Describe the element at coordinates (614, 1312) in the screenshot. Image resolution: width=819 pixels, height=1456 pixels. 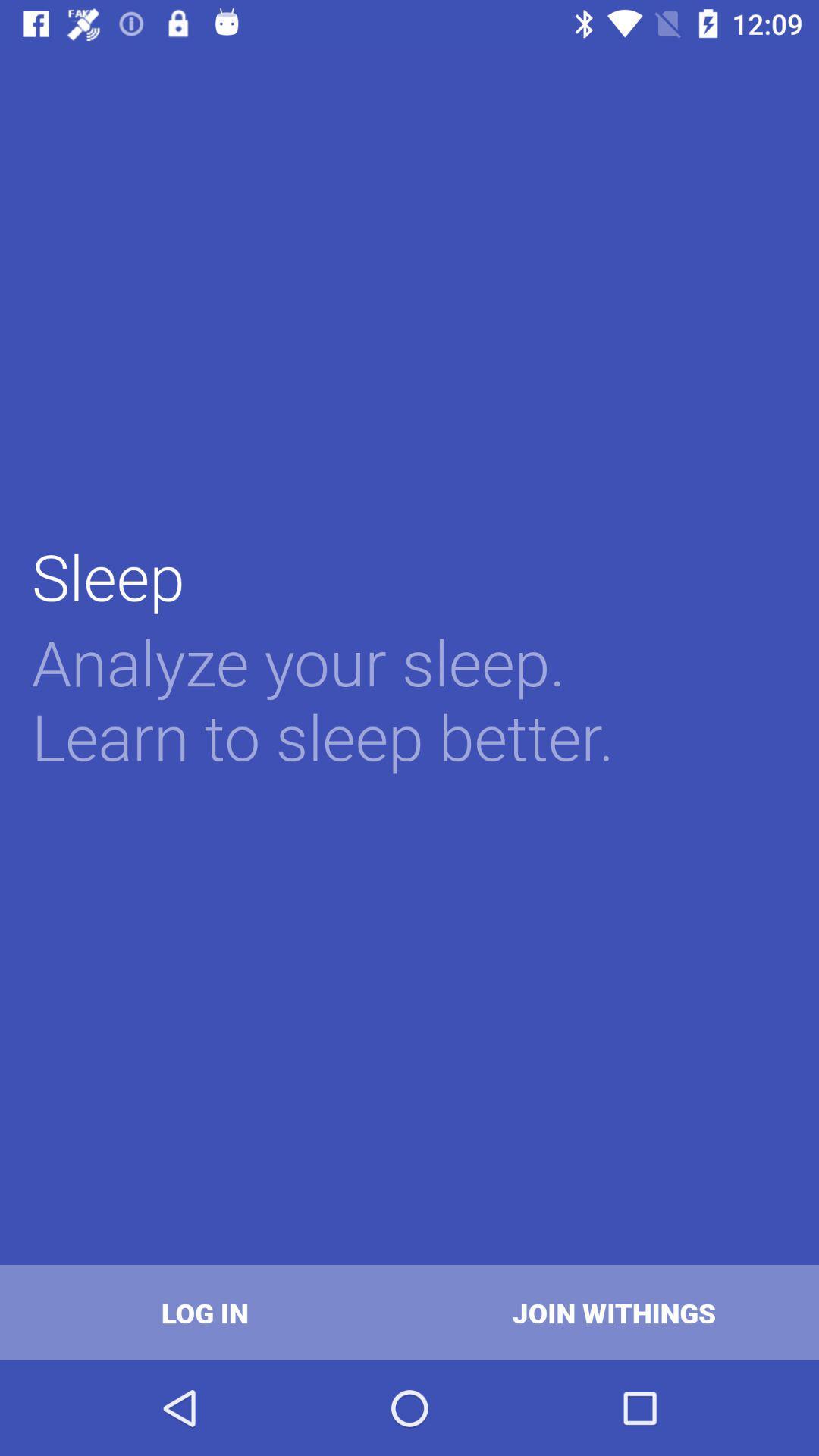
I see `join withings at the bottom right corner` at that location.